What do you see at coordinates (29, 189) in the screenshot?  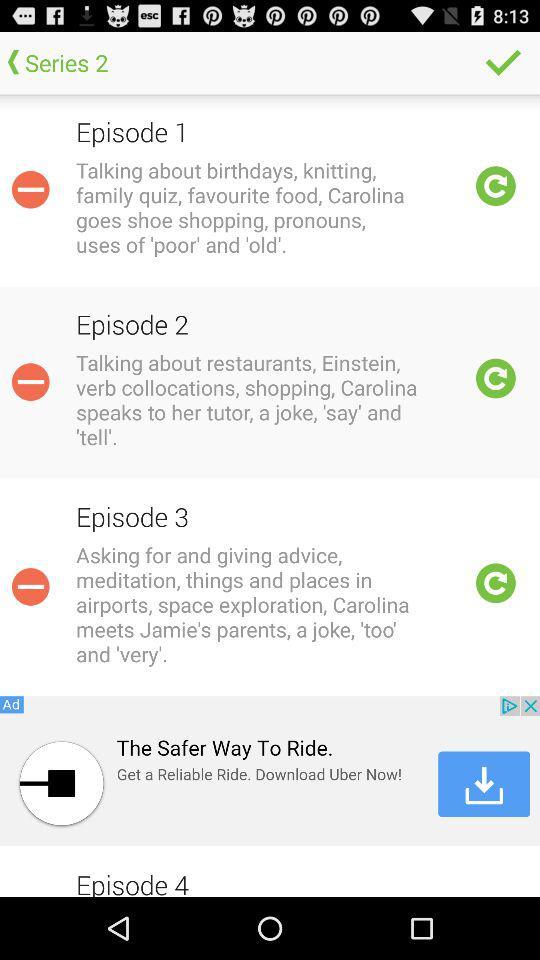 I see `delete episode` at bounding box center [29, 189].